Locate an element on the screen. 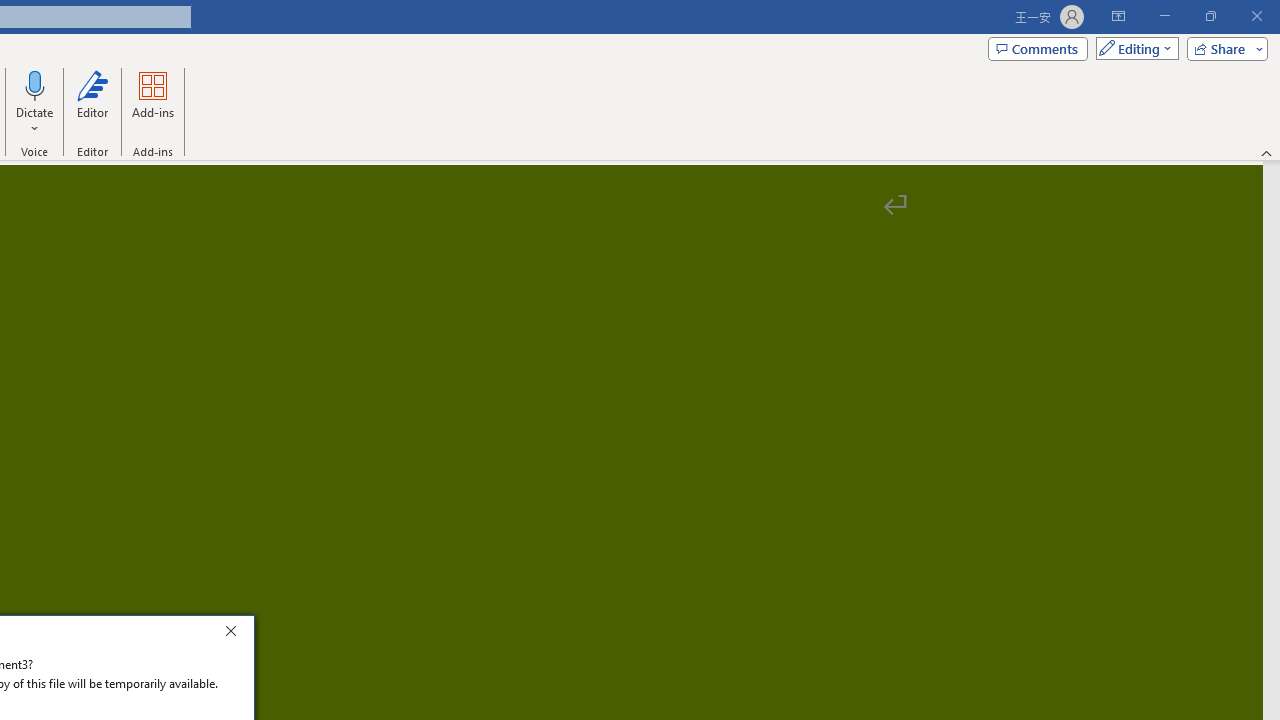 This screenshot has height=720, width=1280. 'Close' is located at coordinates (236, 633).